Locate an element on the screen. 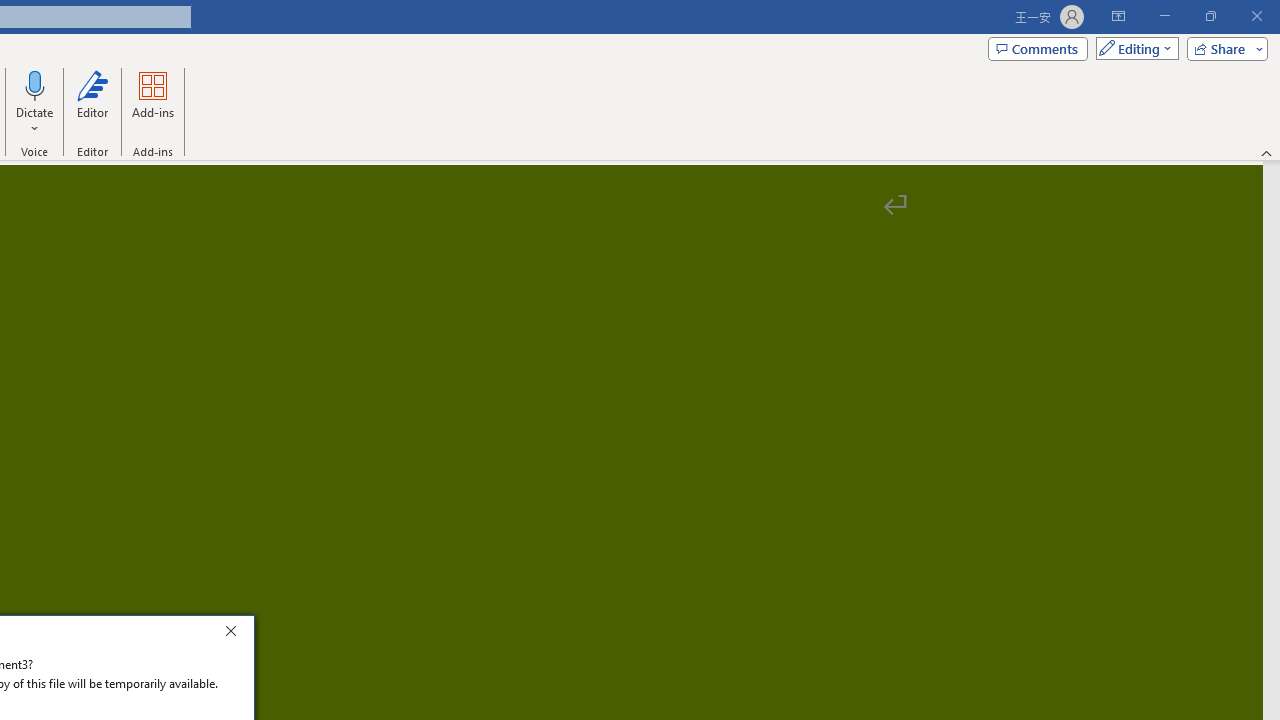 This screenshot has height=720, width=1280. 'Close' is located at coordinates (236, 633).